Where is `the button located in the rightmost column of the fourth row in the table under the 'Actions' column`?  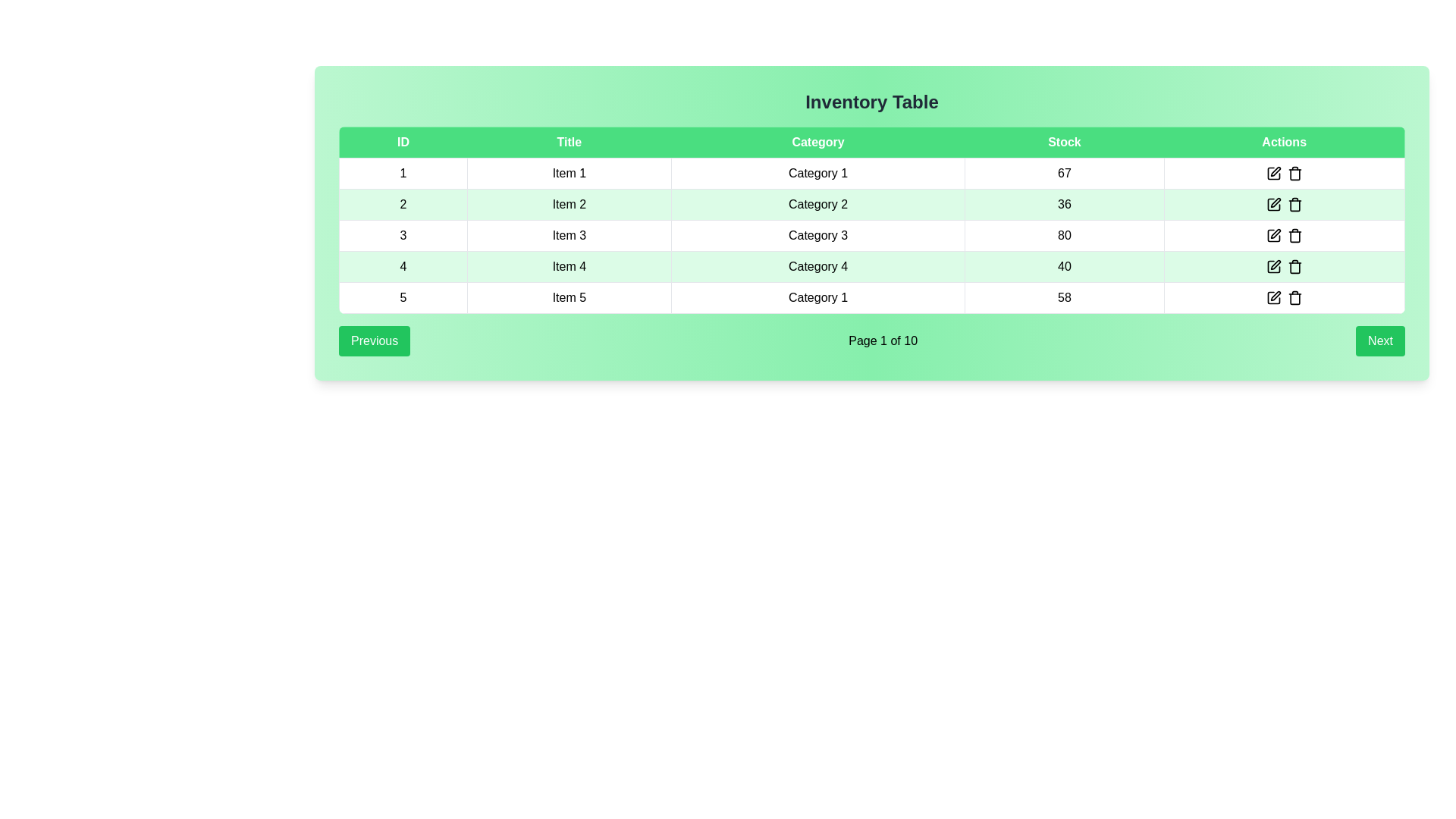 the button located in the rightmost column of the fourth row in the table under the 'Actions' column is located at coordinates (1284, 265).